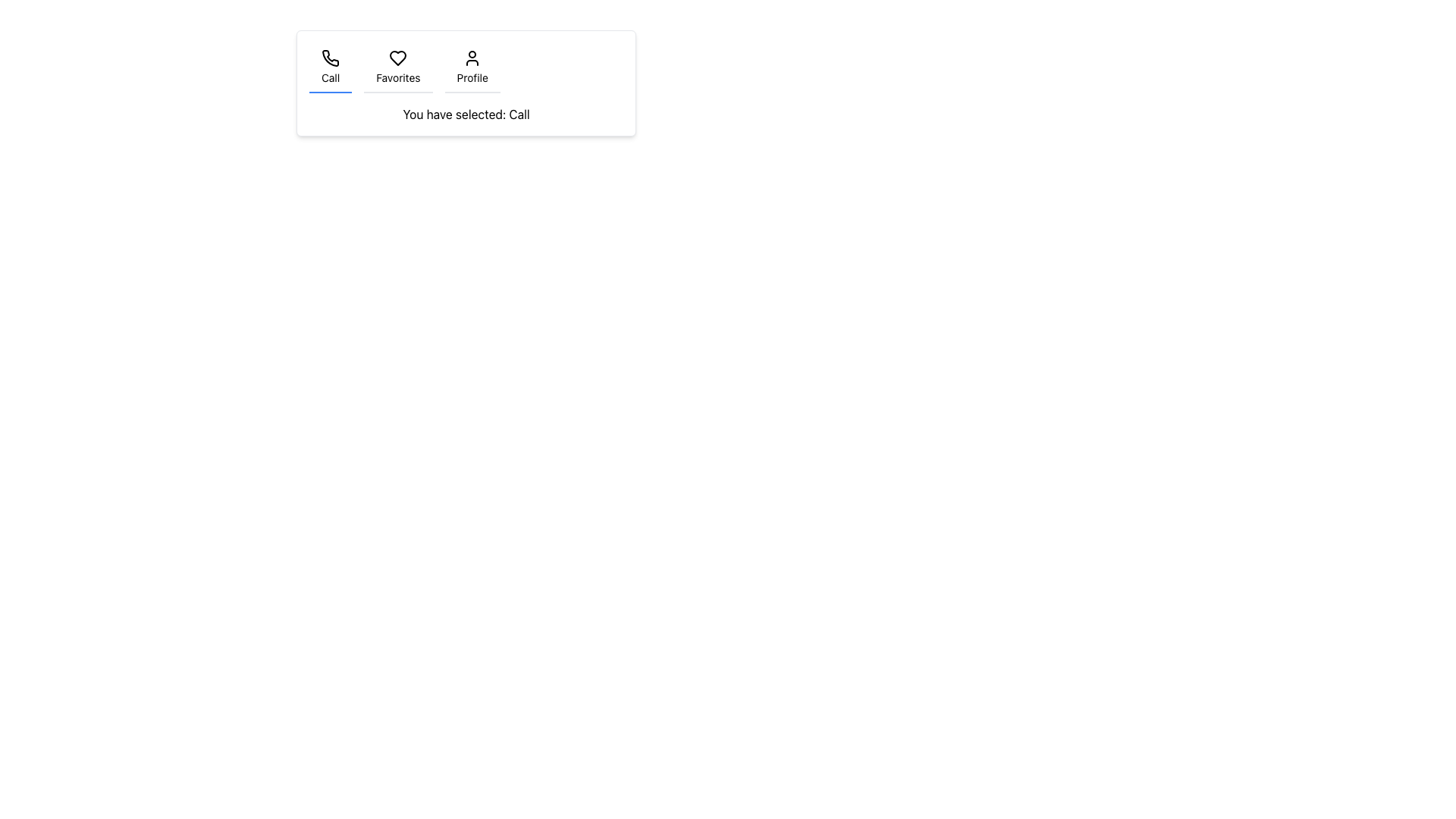 The width and height of the screenshot is (1456, 819). I want to click on the heart icon in the navigation bar, which symbolizes the 'Favorites' section, so click(398, 58).